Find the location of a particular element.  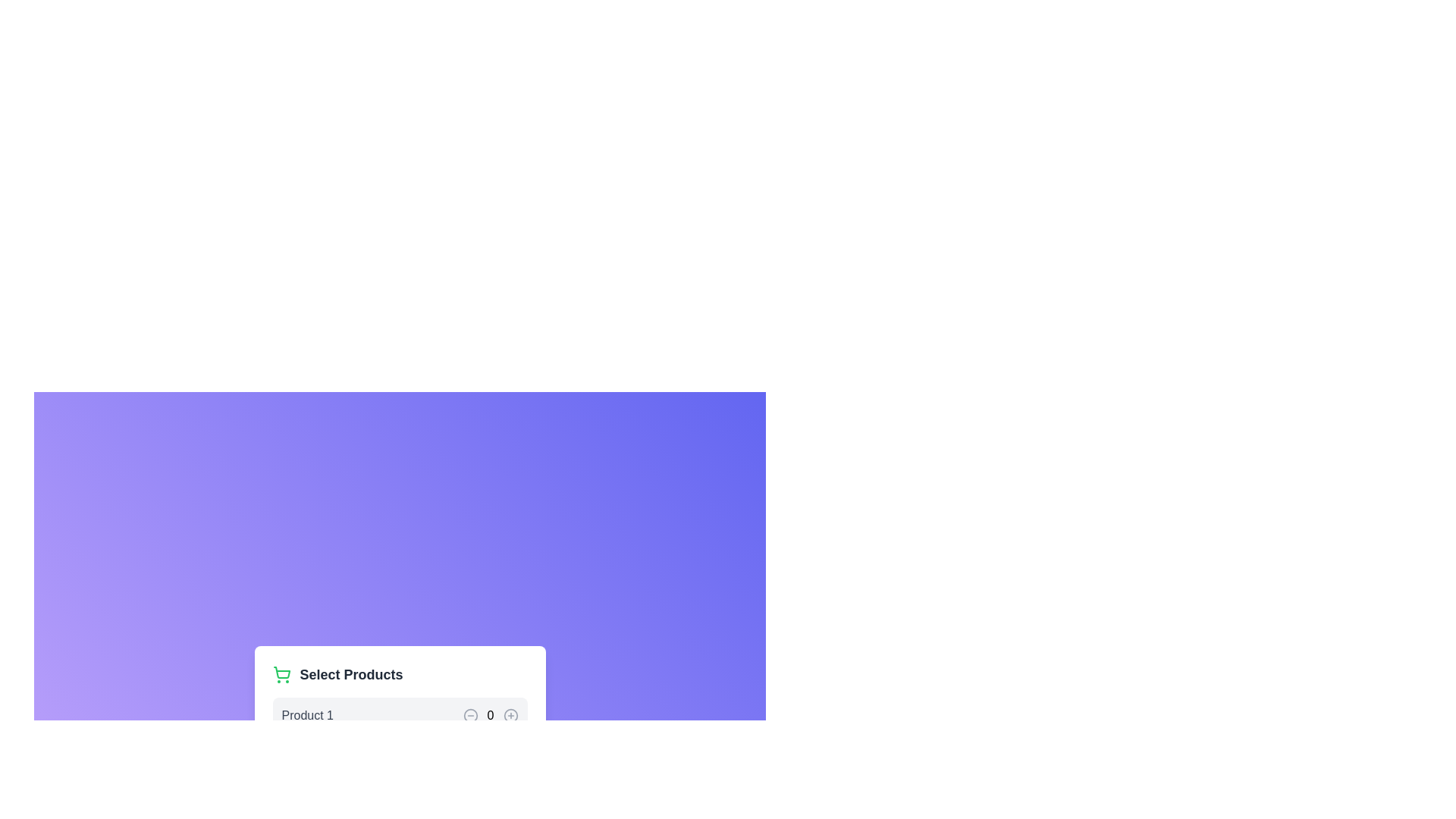

the graphical composition of the inner circular stroke within the 'Add Item' button icon, which is centrally located within the circular plus symbol is located at coordinates (510, 716).